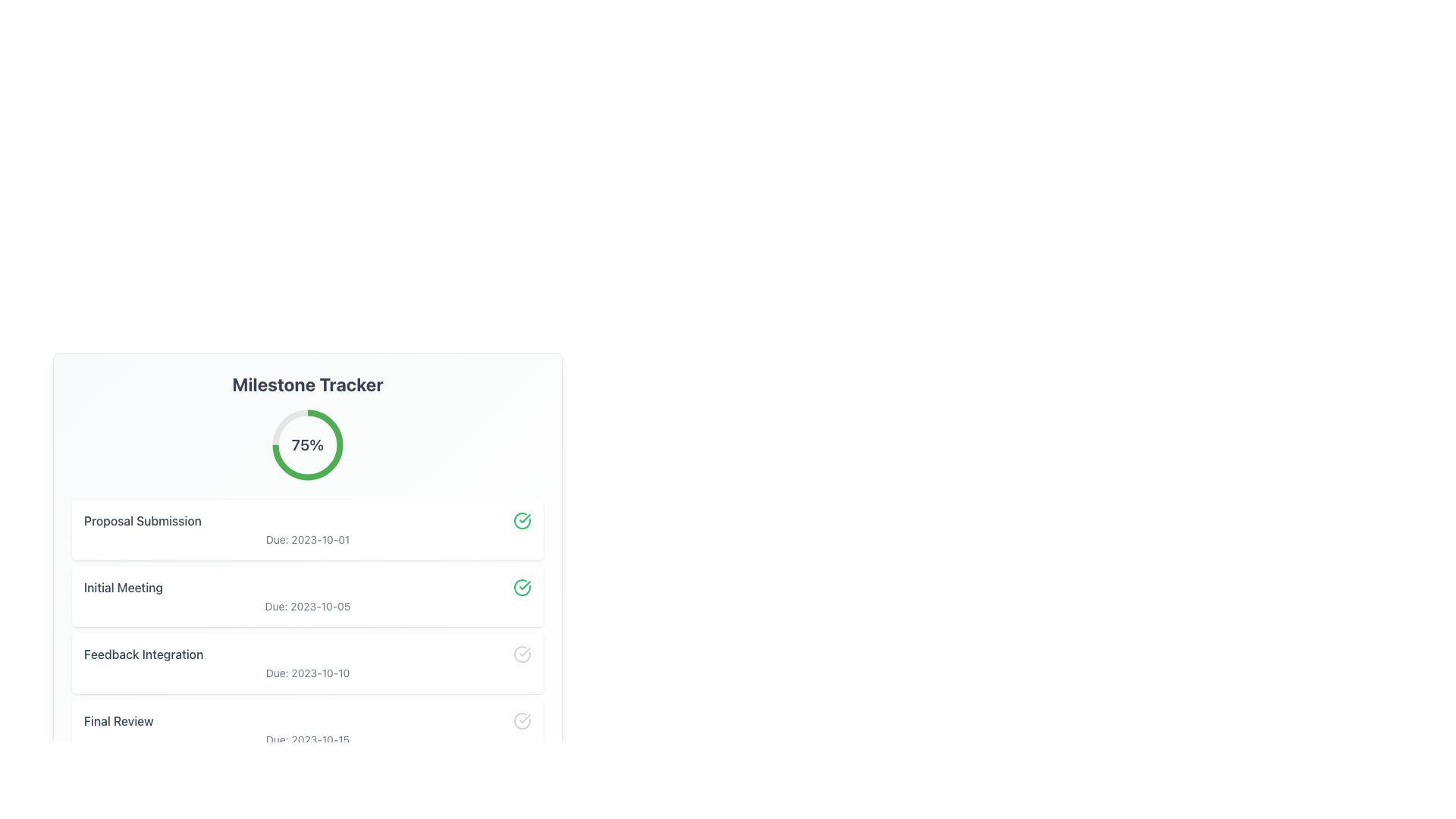 Image resolution: width=1456 pixels, height=819 pixels. I want to click on the fourth task item named 'Final Review' in the Milestone Tracker, located at the bottom of the list, following 'Proposal Submission', 'Initial Meeting', and 'Feedback Integration', so click(307, 730).